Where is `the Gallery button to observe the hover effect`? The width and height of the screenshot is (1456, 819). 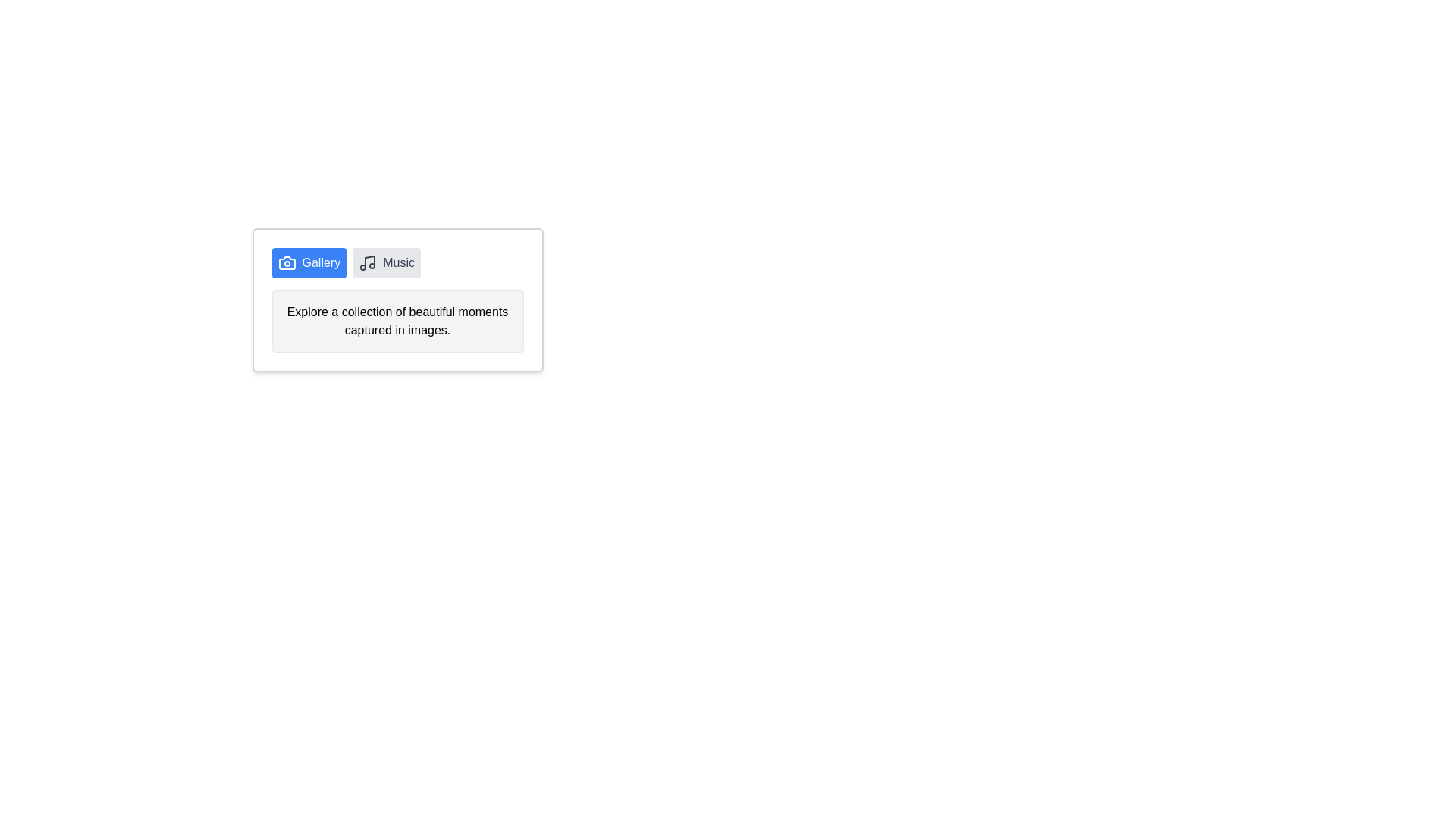
the Gallery button to observe the hover effect is located at coordinates (308, 262).